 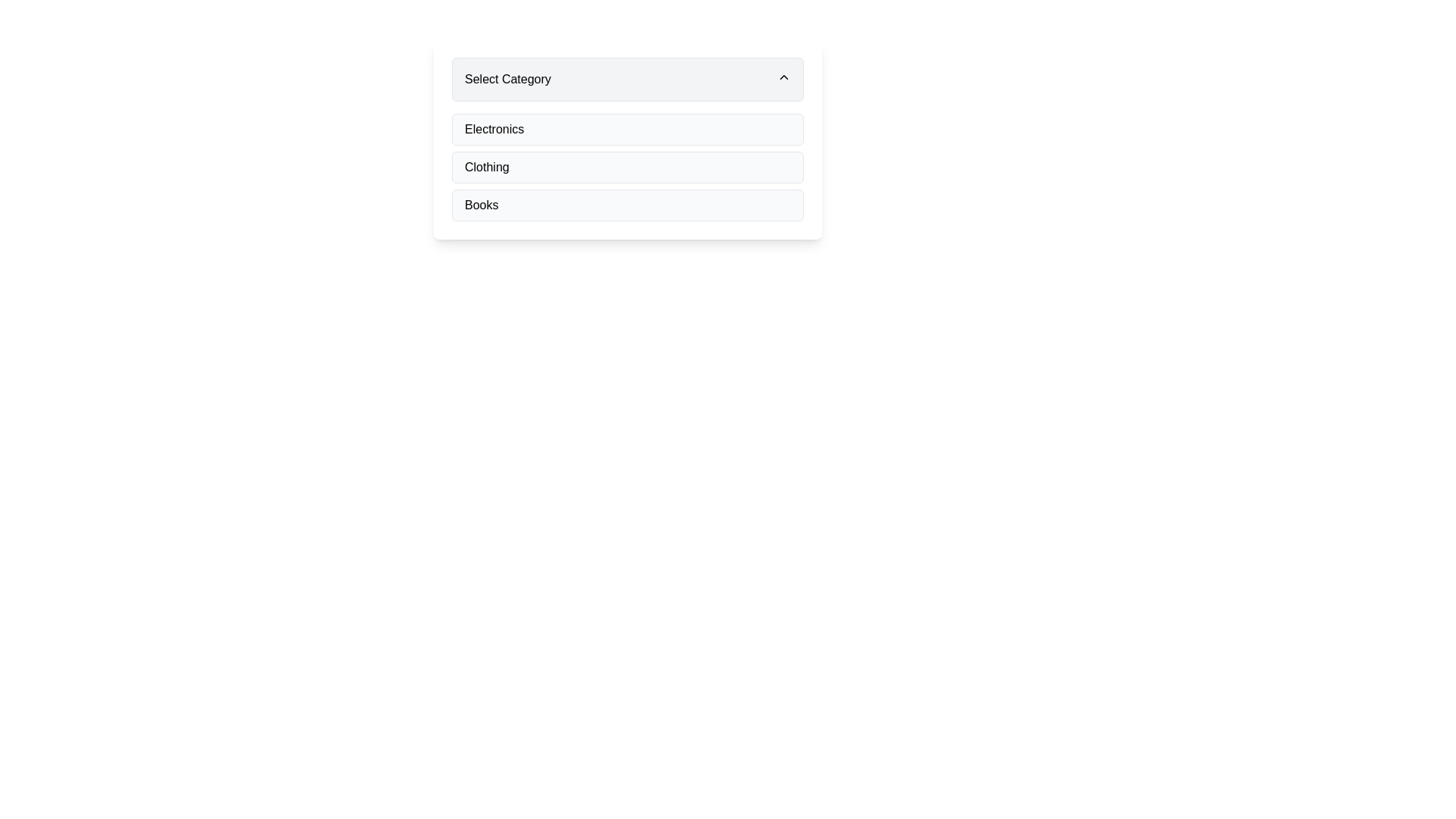 What do you see at coordinates (628, 128) in the screenshot?
I see `the button-like component labeled 'Electronics'` at bounding box center [628, 128].